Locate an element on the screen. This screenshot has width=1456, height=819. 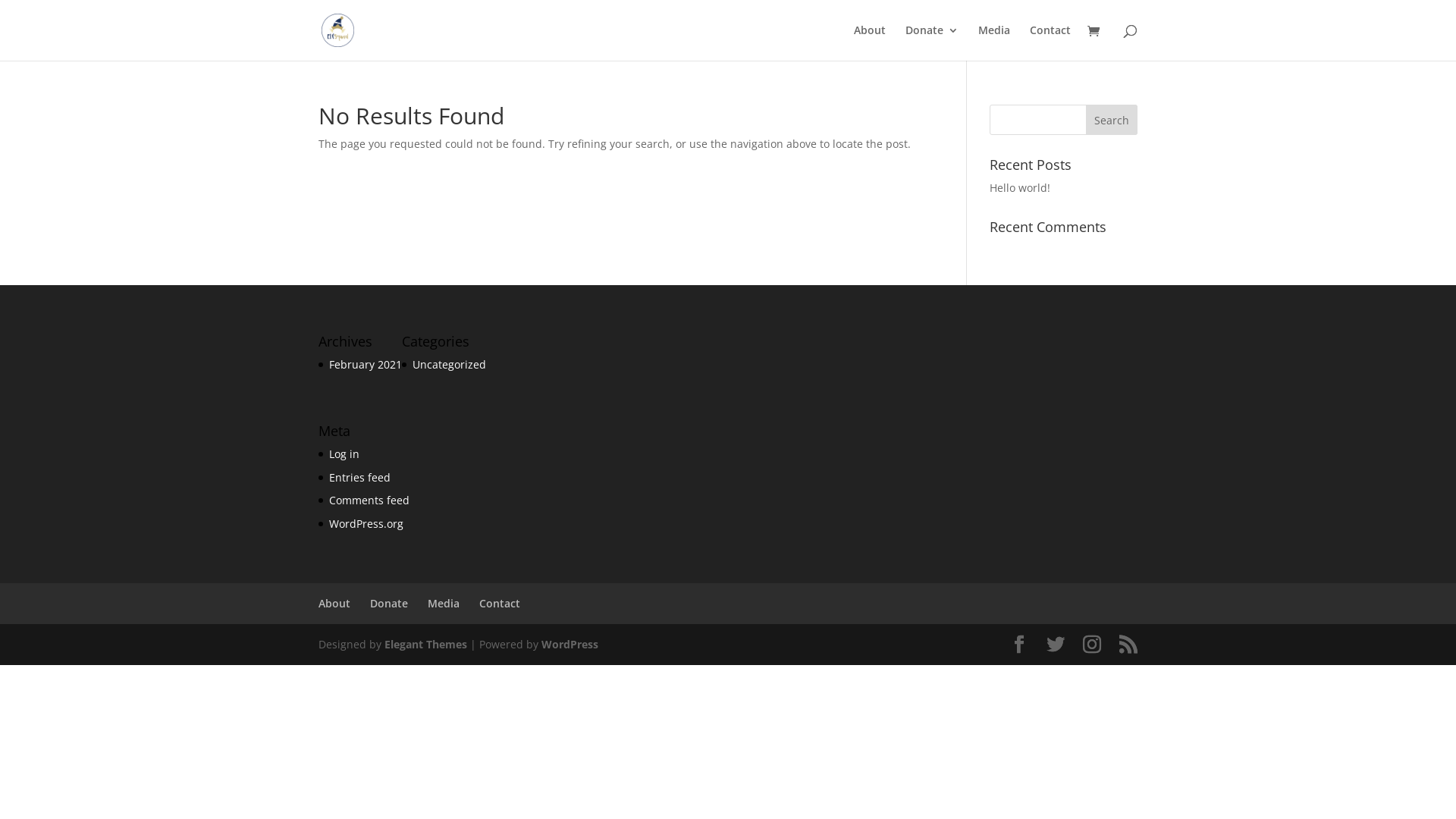
'Log in' is located at coordinates (344, 453).